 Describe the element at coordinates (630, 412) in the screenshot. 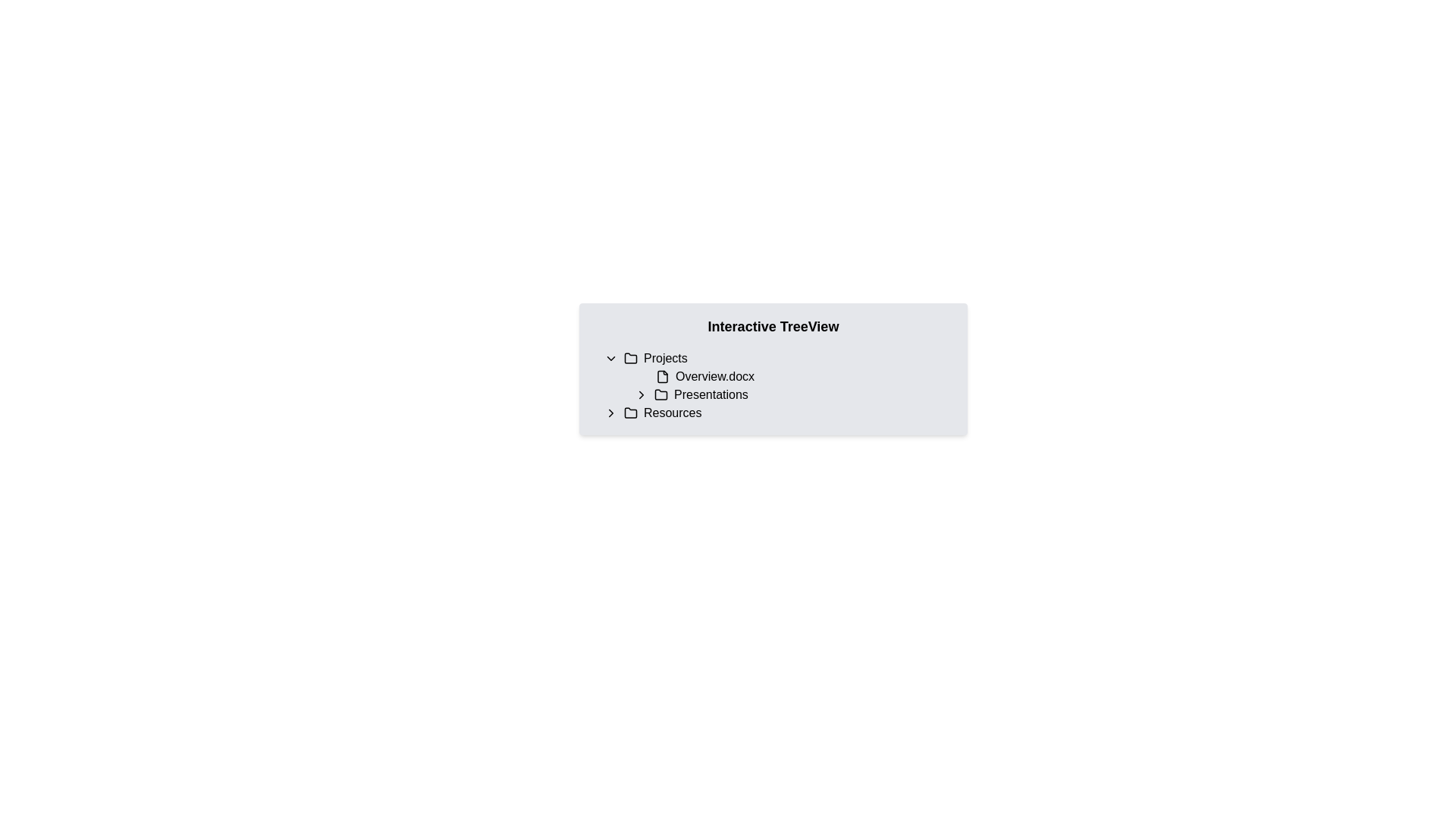

I see `the expandable folder icon representing the 'Resources' category in the Interactive TreeView` at that location.